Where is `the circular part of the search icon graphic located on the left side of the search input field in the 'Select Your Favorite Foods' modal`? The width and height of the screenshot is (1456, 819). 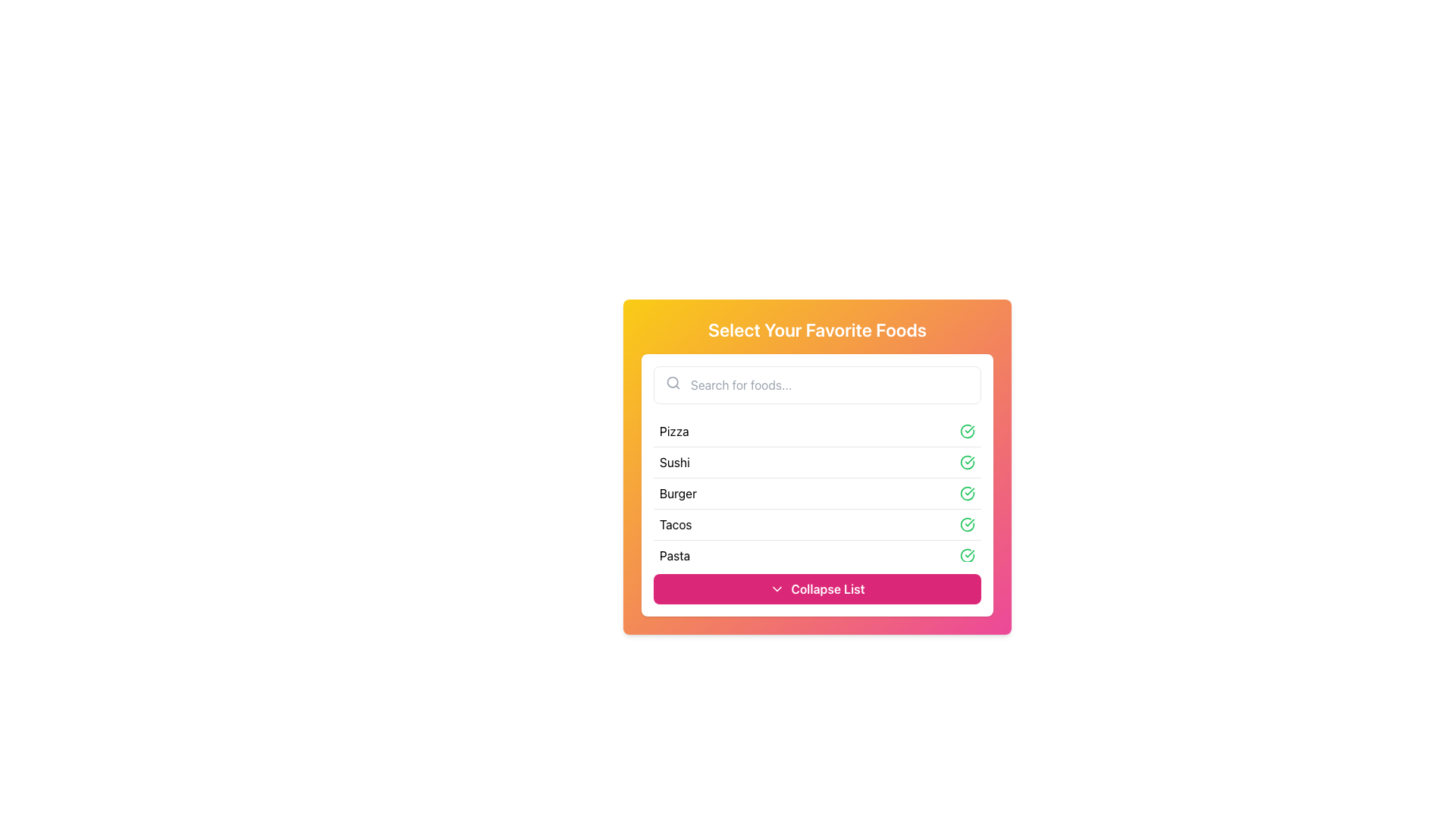
the circular part of the search icon graphic located on the left side of the search input field in the 'Select Your Favorite Foods' modal is located at coordinates (672, 381).